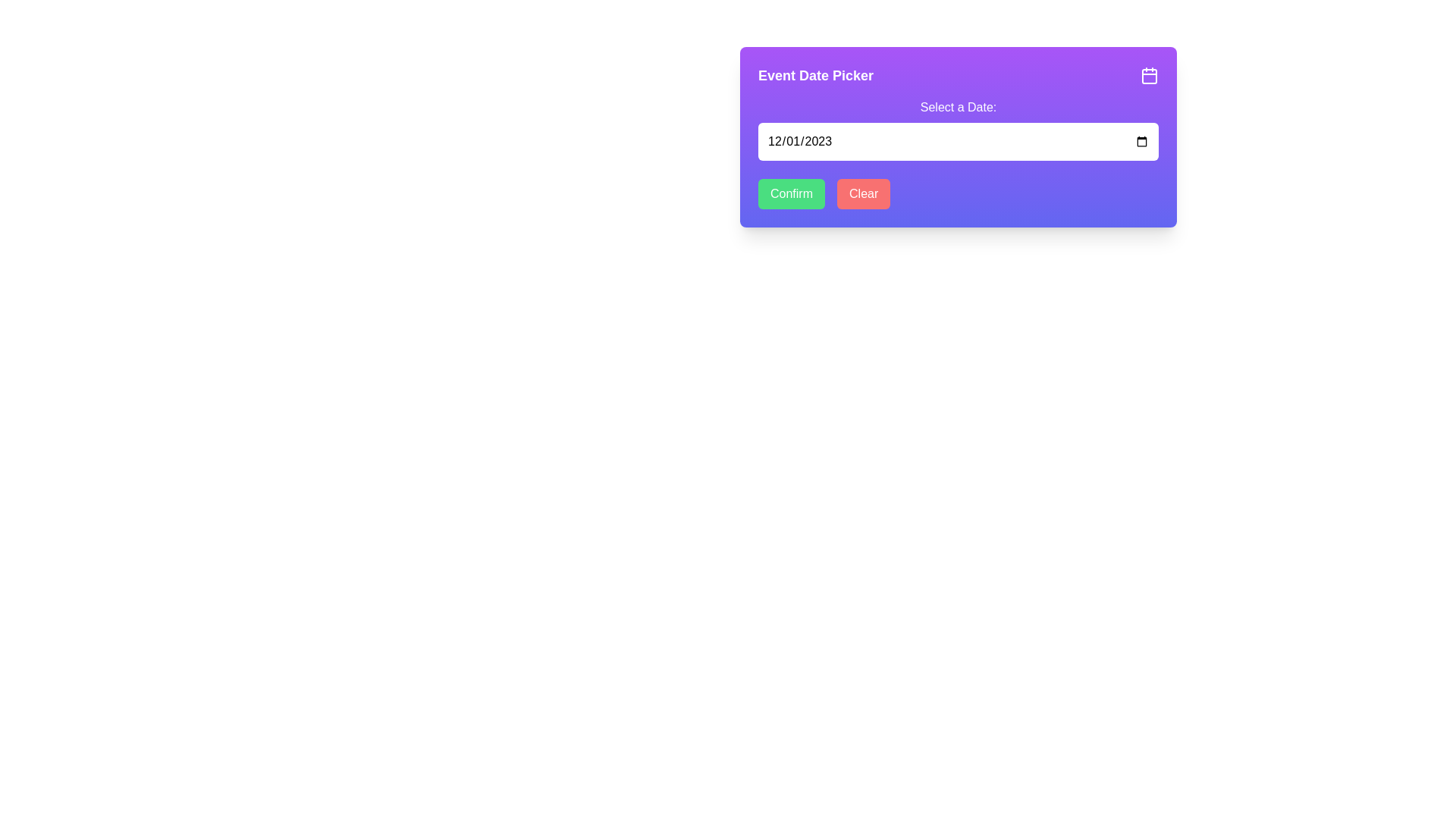  I want to click on the date input field of the component that allows users, so click(957, 137).